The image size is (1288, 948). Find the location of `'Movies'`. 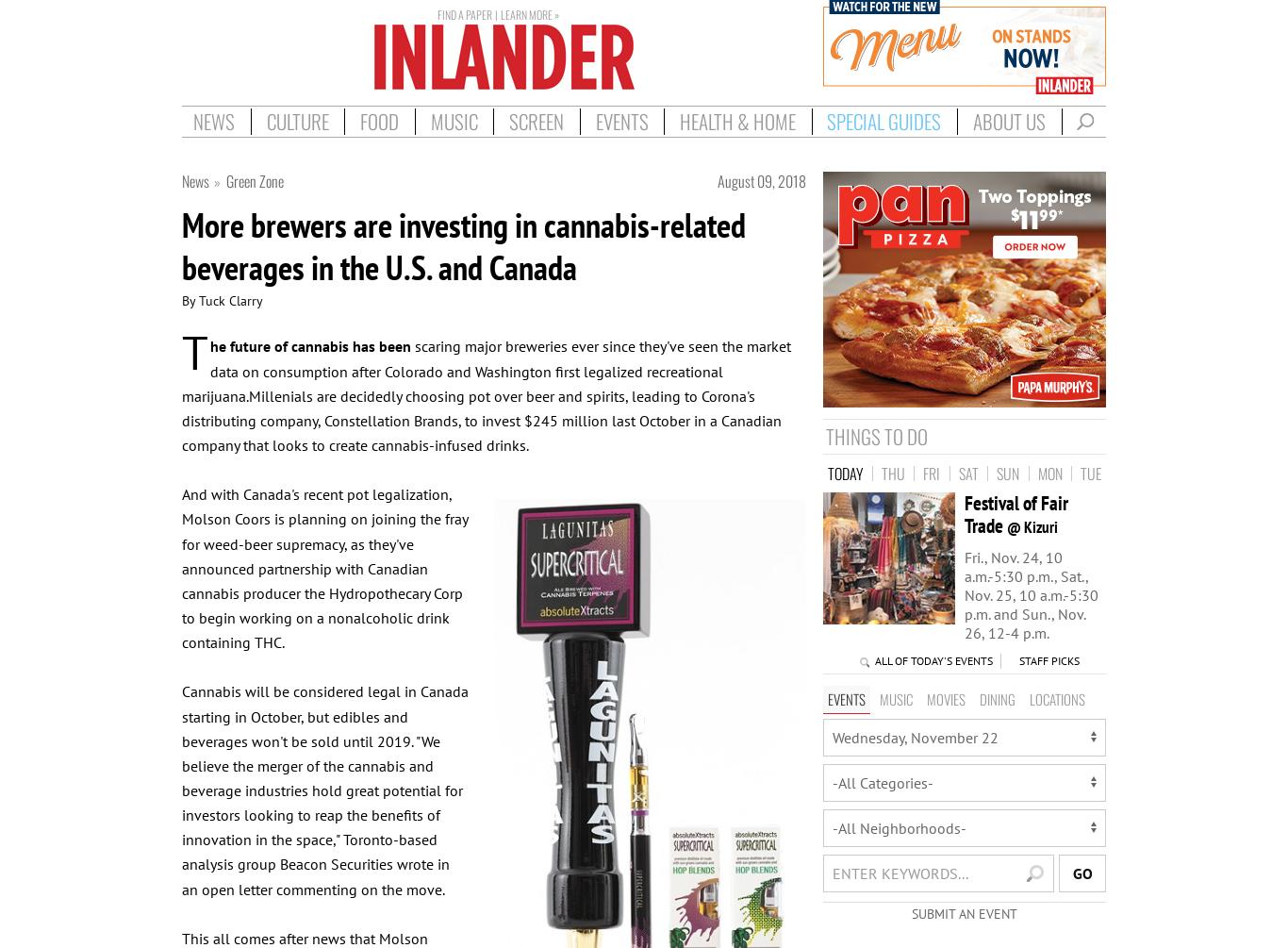

'Movies' is located at coordinates (946, 697).